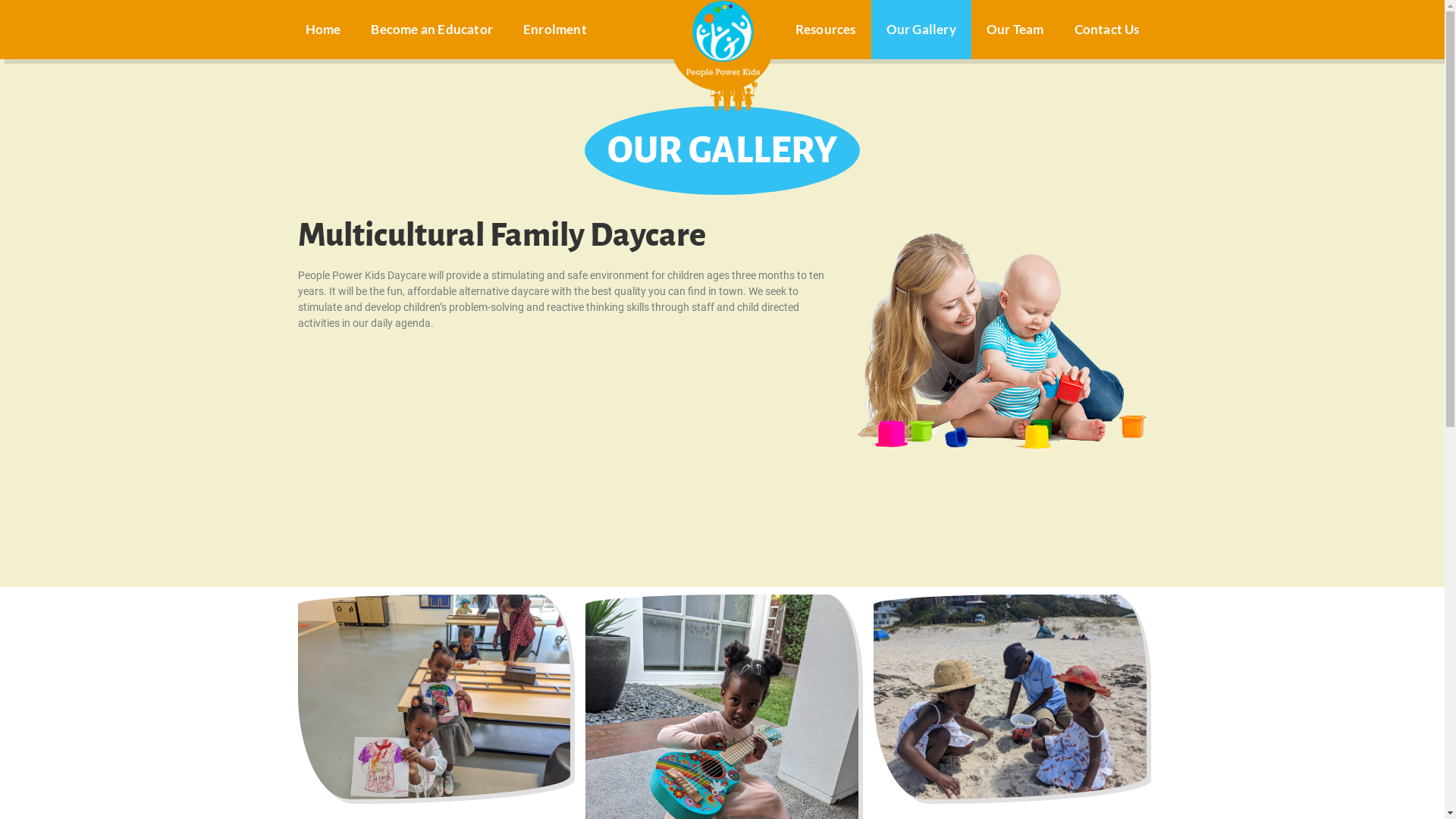 The image size is (1456, 819). Describe the element at coordinates (1106, 29) in the screenshot. I see `'Contact Us'` at that location.